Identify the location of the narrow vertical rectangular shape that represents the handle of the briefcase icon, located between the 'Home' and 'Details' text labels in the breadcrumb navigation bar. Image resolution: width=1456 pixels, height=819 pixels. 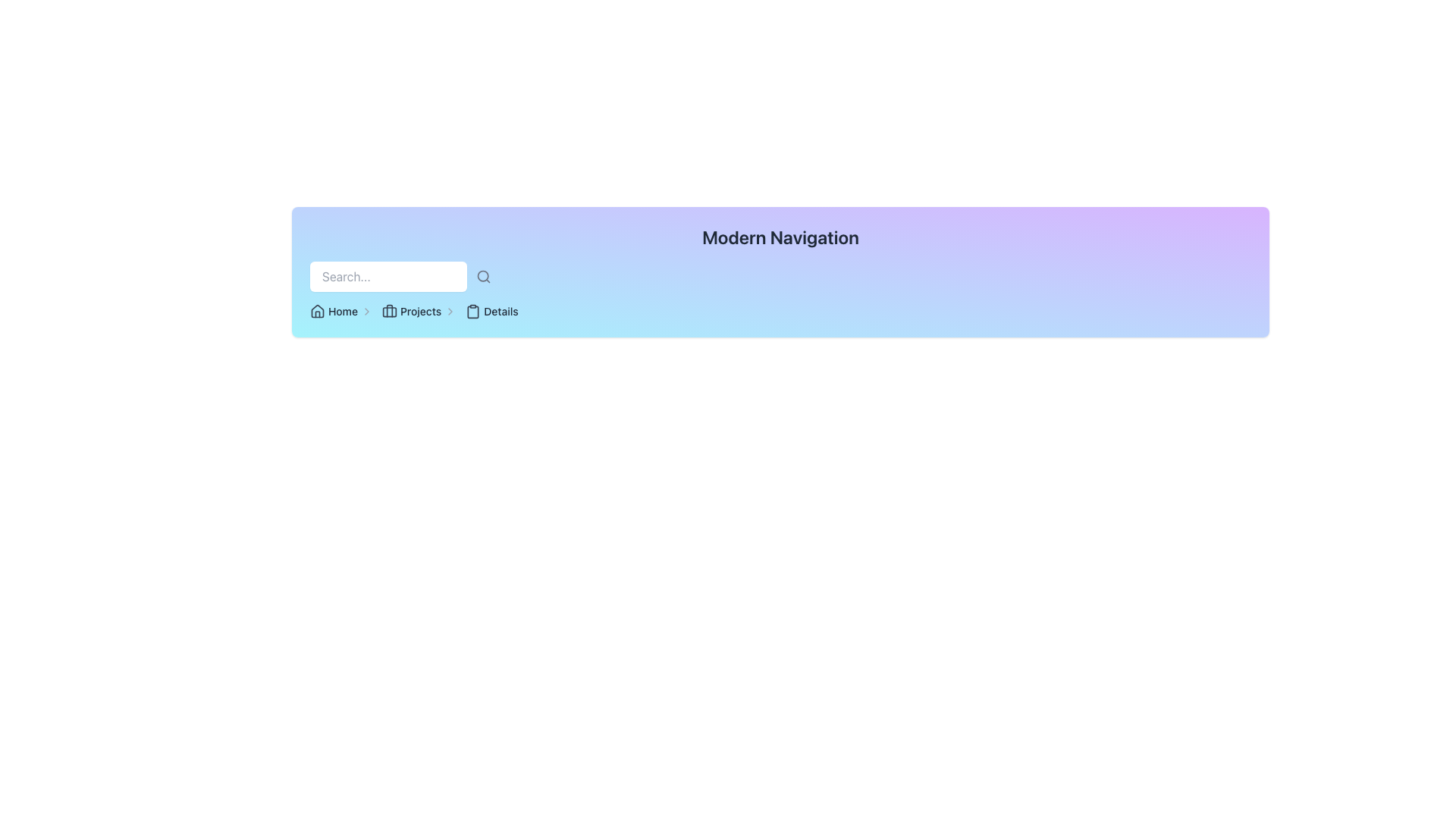
(389, 310).